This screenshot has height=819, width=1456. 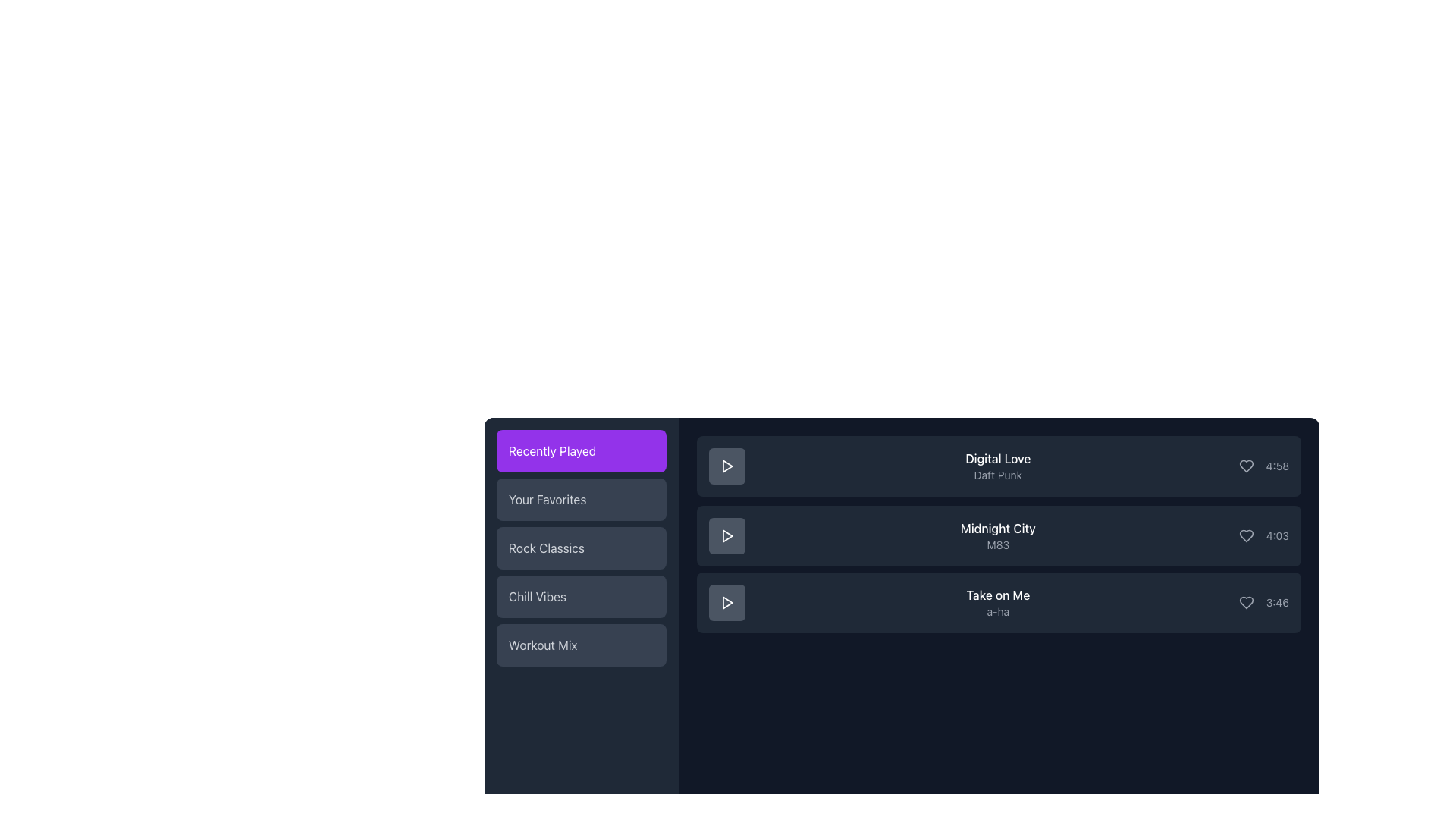 What do you see at coordinates (726, 535) in the screenshot?
I see `the play button for the track 'Midnight City' by M83, which is located within the second item in the list of tracks` at bounding box center [726, 535].